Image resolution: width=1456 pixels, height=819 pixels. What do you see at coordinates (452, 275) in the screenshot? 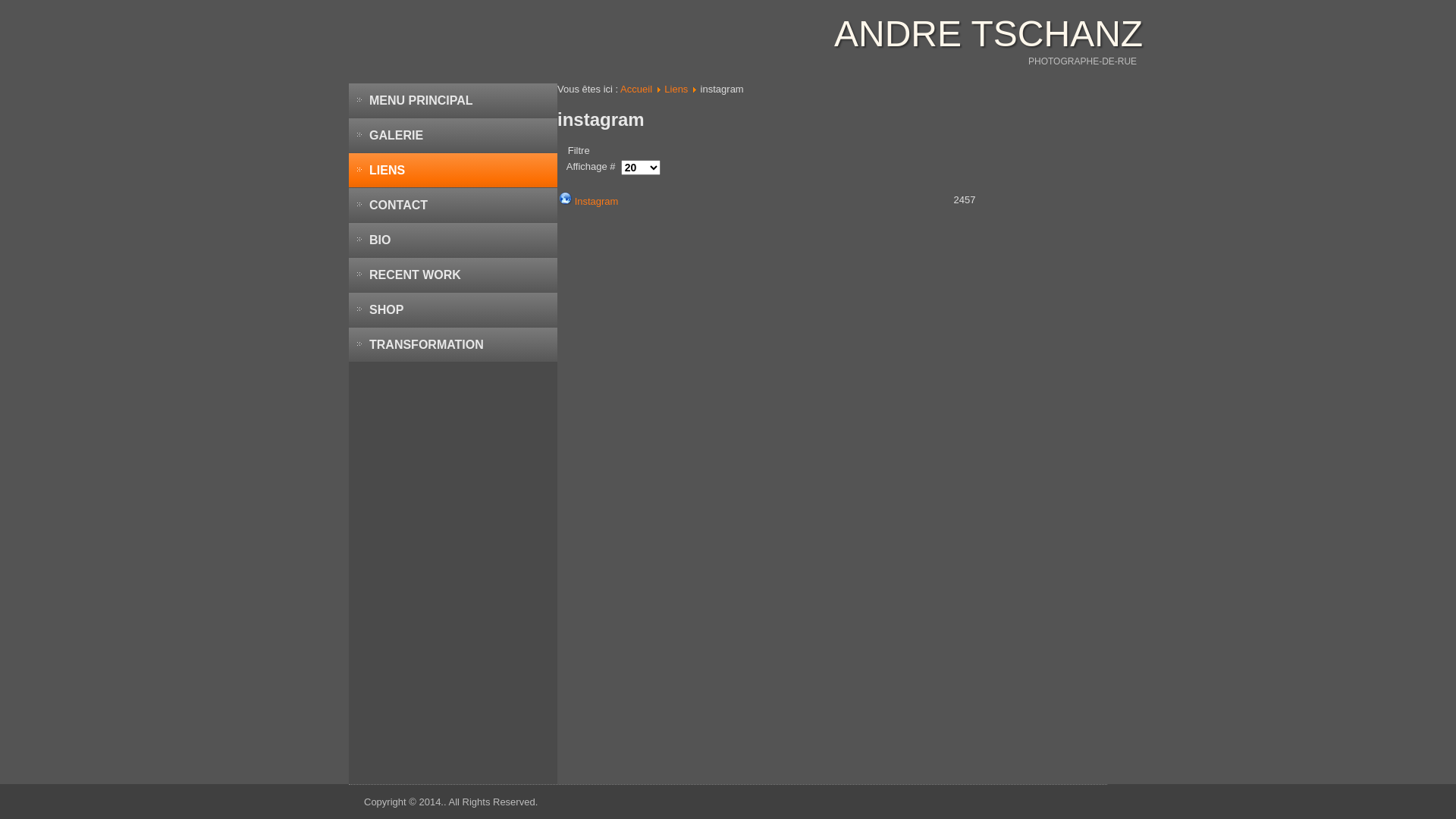
I see `'RECENT WORK'` at bounding box center [452, 275].